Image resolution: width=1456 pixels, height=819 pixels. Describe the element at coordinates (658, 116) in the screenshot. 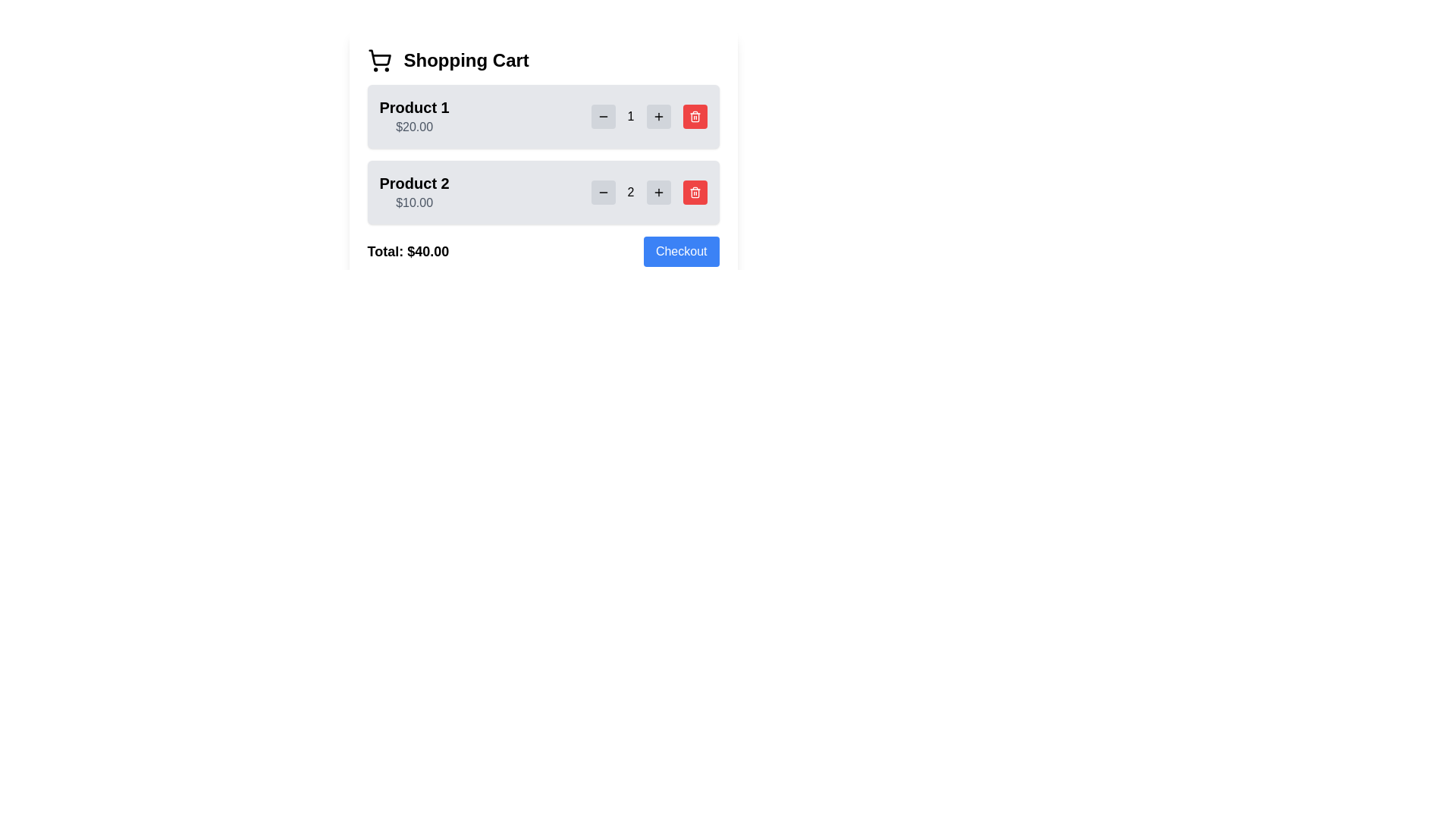

I see `the small interactive button with a '+' symbol located in the second row of the shopping cart product list, adjacent` at that location.